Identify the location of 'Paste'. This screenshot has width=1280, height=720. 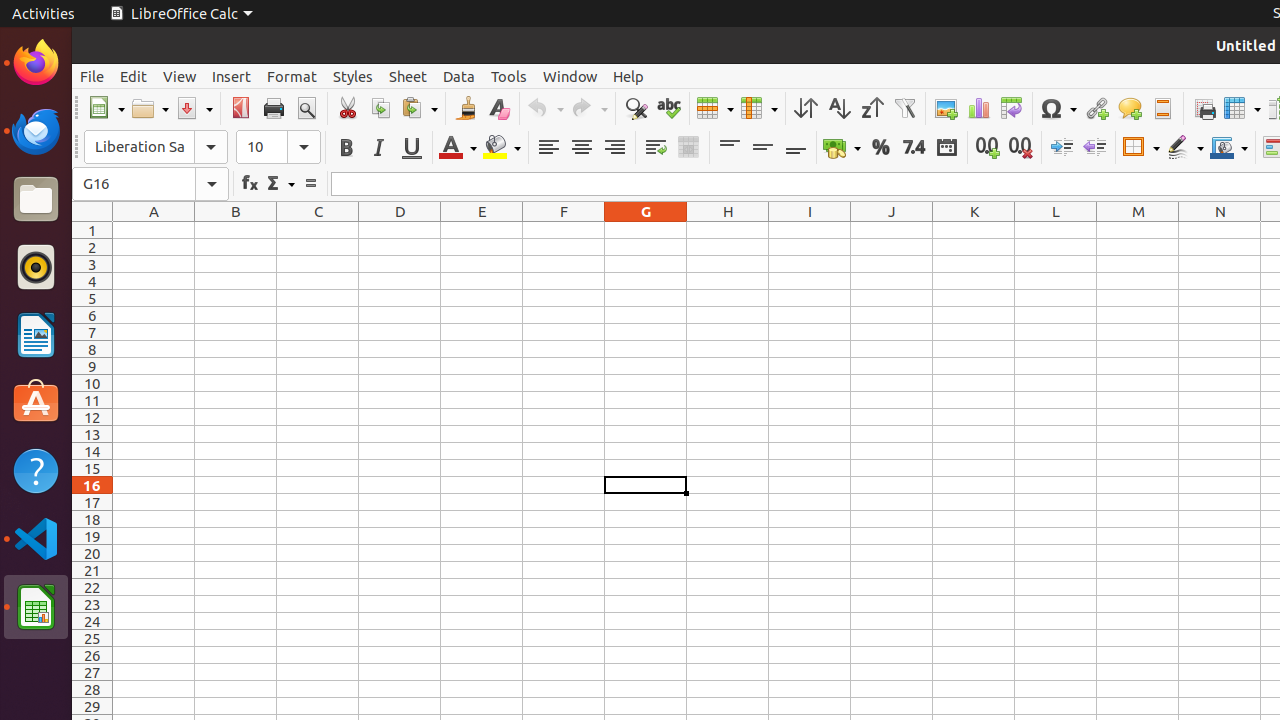
(417, 108).